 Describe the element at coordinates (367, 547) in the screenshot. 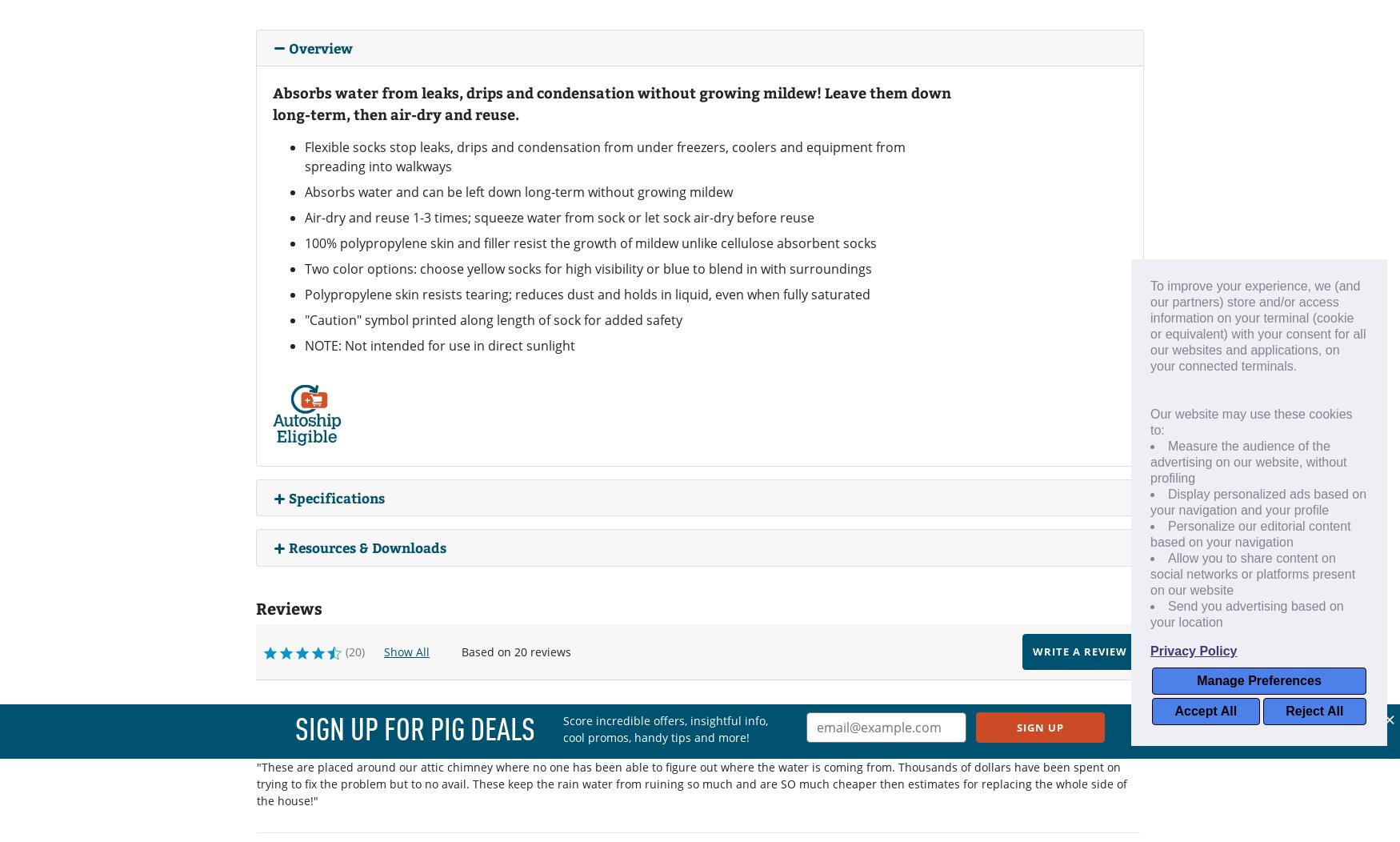

I see `'Resources & Downloads'` at that location.